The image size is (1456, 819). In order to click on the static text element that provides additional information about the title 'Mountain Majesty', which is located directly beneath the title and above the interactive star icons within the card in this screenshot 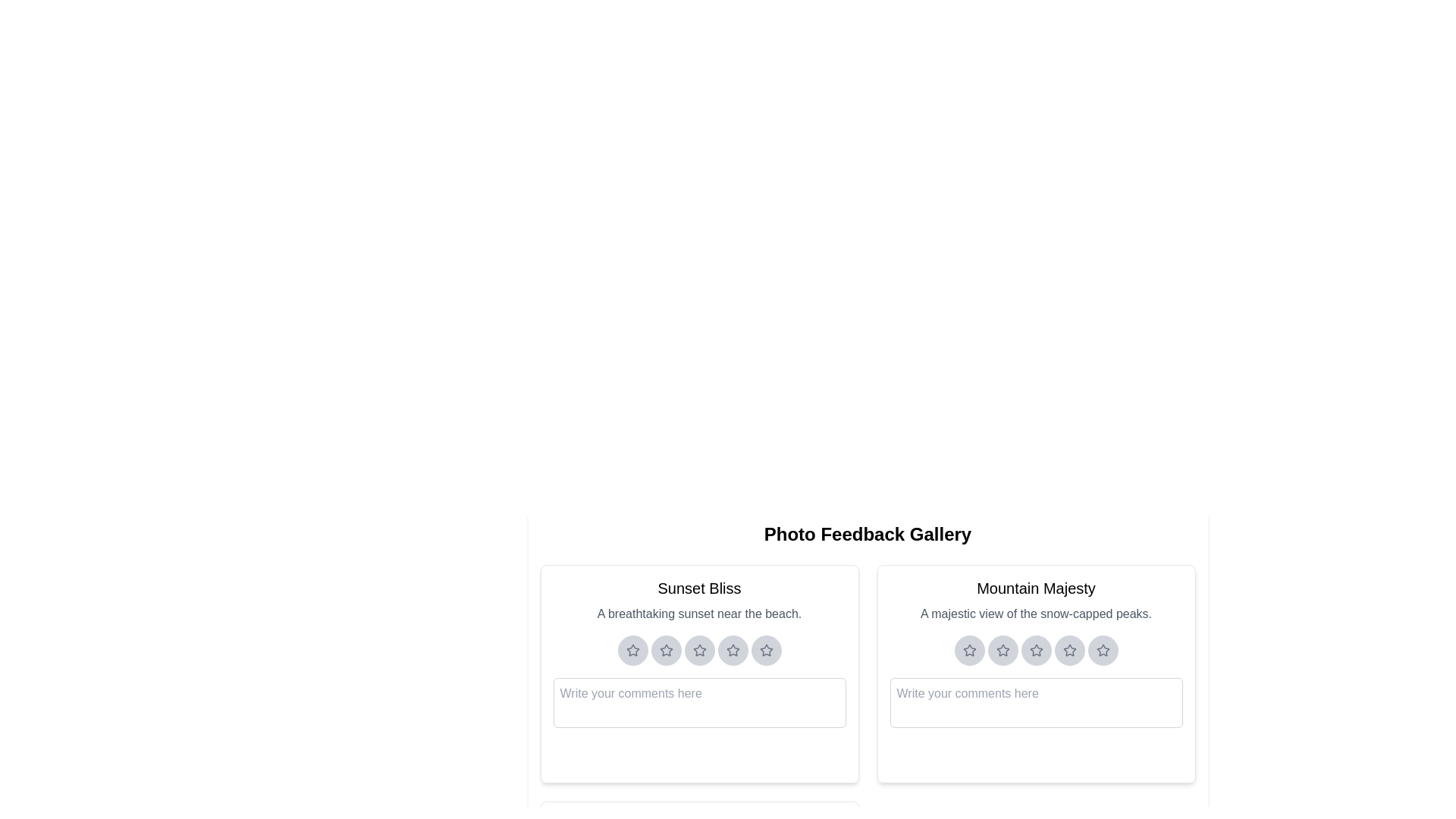, I will do `click(1035, 614)`.